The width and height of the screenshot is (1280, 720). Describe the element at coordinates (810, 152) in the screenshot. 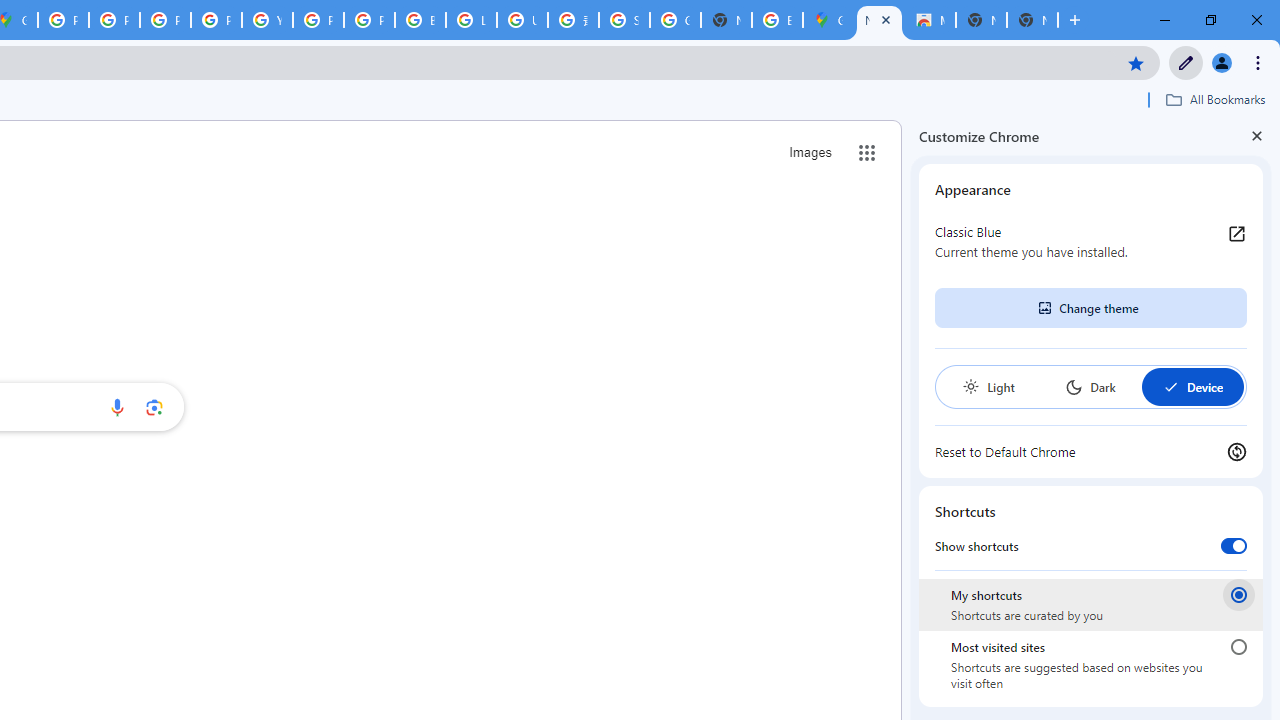

I see `'Search for Images '` at that location.